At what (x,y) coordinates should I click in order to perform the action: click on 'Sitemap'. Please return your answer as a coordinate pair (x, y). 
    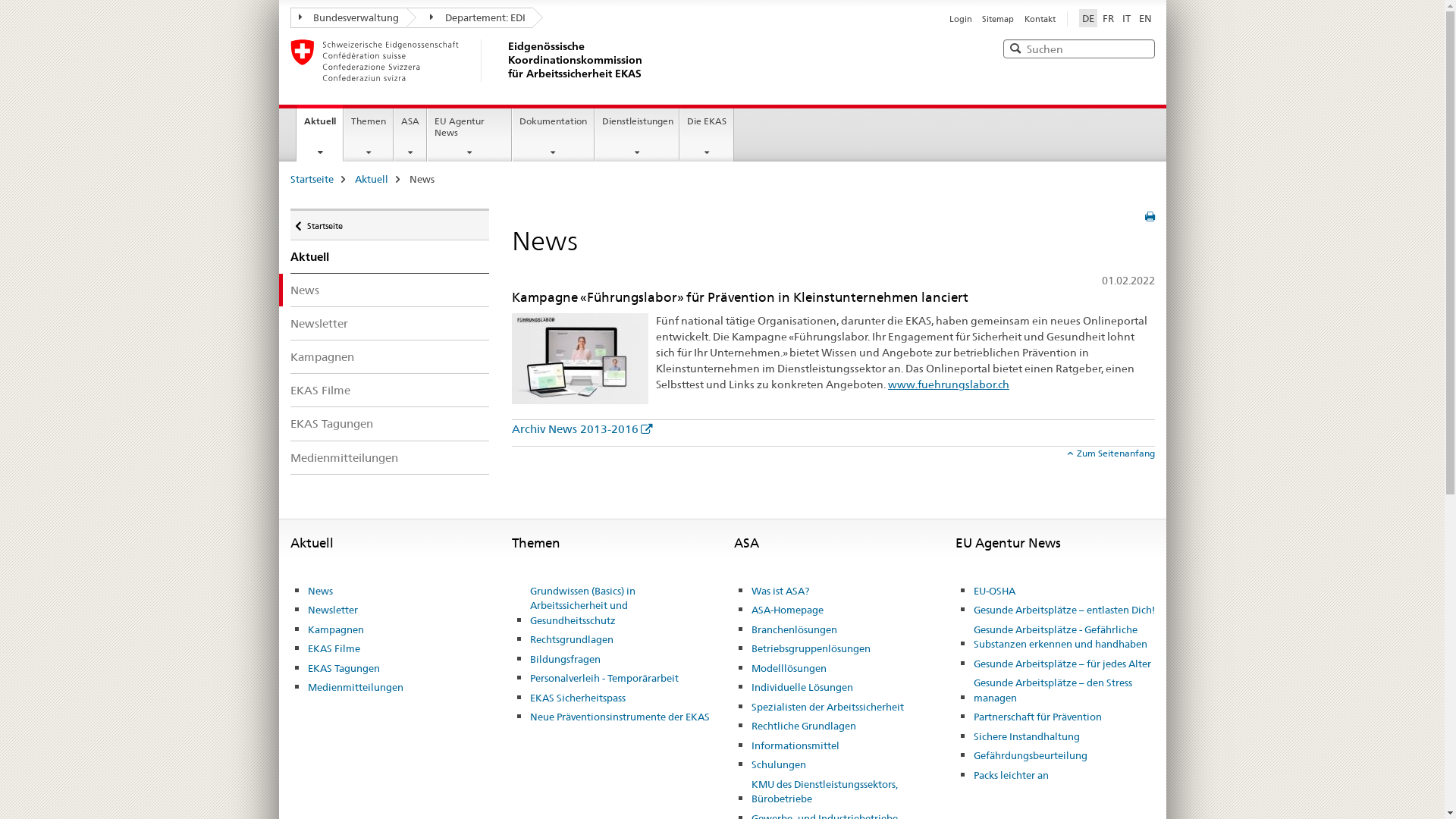
    Looking at the image, I should click on (982, 18).